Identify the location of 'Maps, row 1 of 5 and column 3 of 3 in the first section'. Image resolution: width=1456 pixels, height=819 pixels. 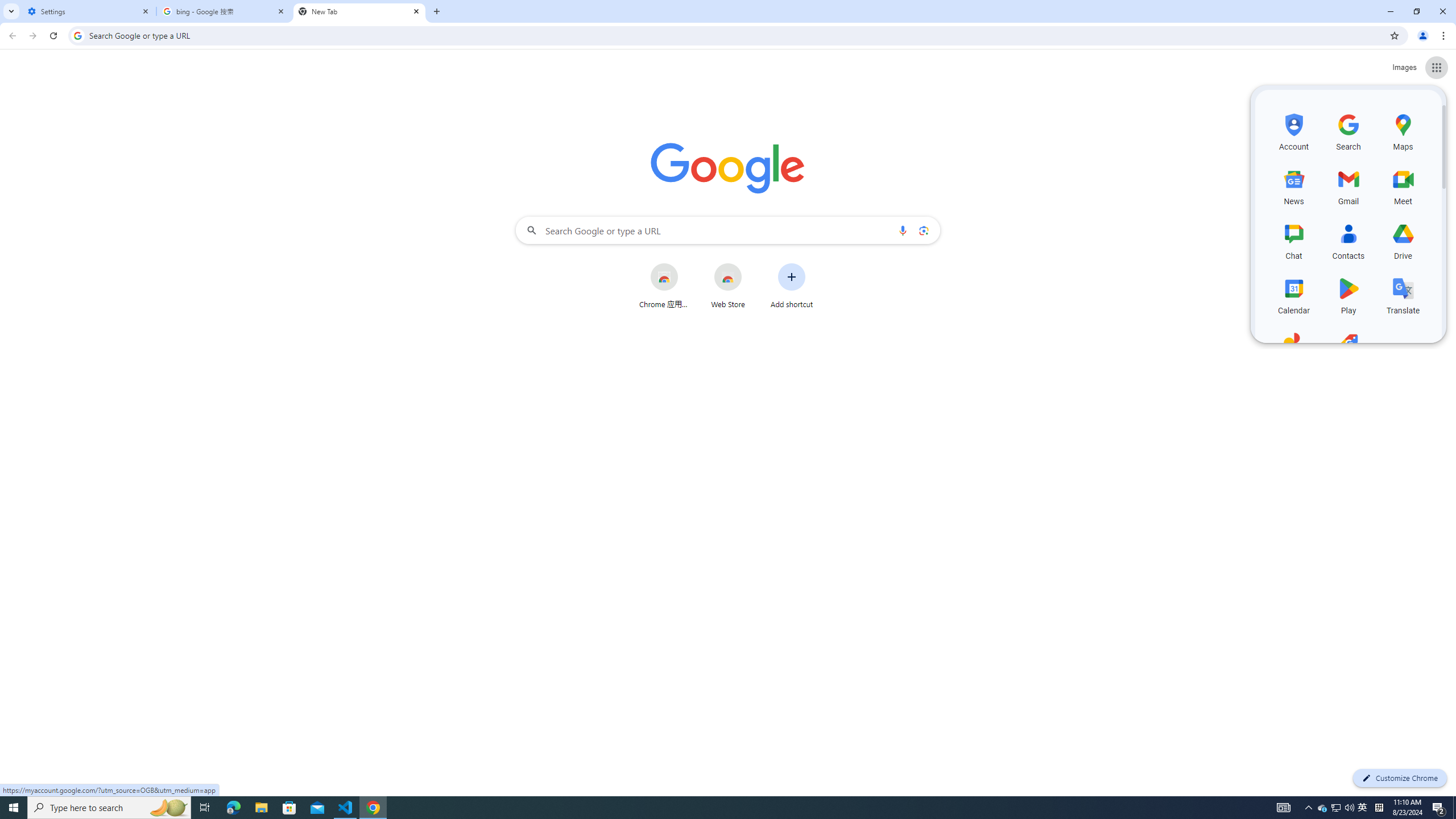
(1403, 130).